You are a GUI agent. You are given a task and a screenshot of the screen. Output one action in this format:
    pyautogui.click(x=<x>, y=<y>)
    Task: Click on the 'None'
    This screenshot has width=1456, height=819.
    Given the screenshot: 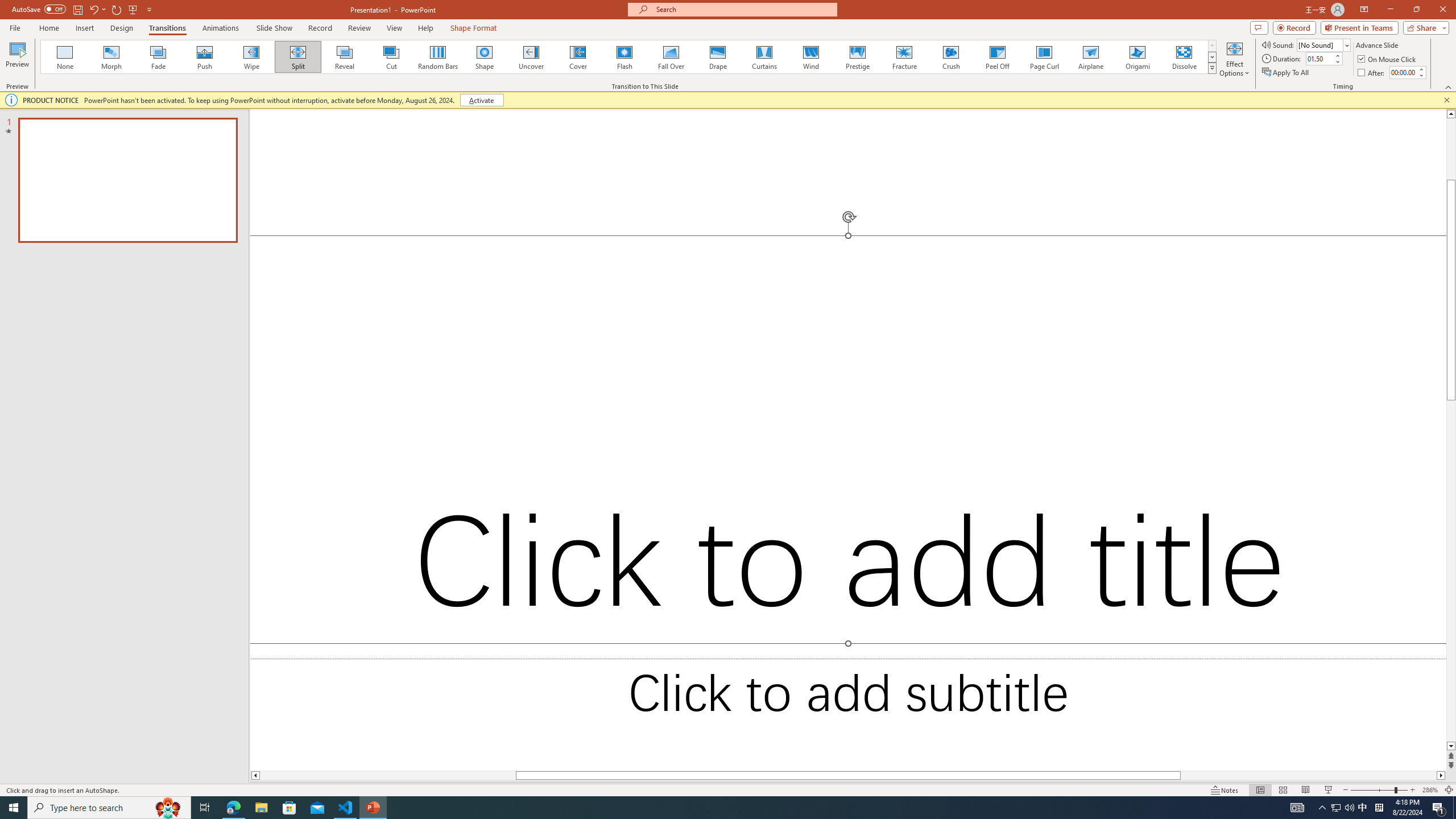 What is the action you would take?
    pyautogui.click(x=65, y=56)
    